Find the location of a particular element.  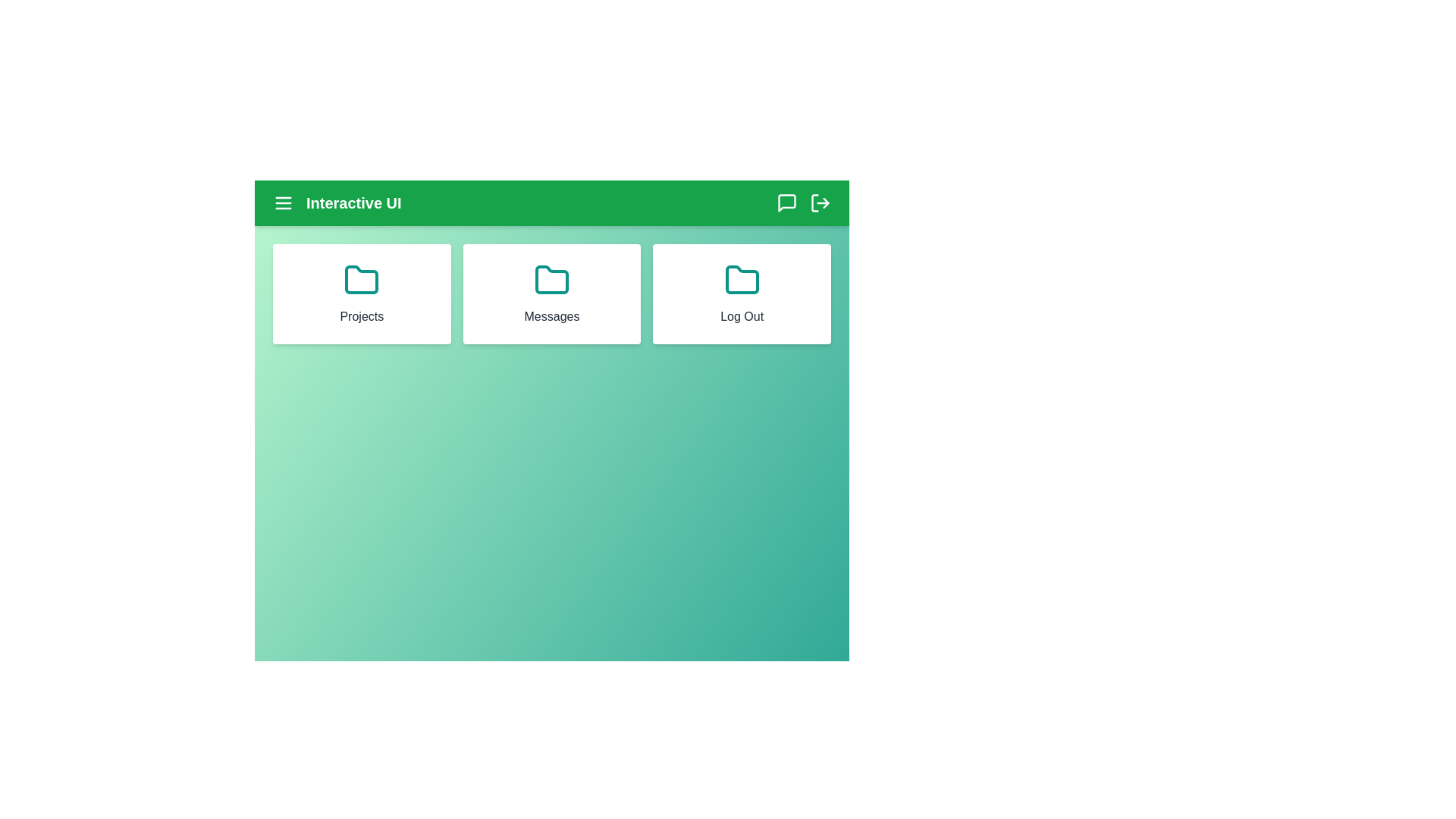

the Messages card to navigate to its respective section is located at coordinates (551, 294).